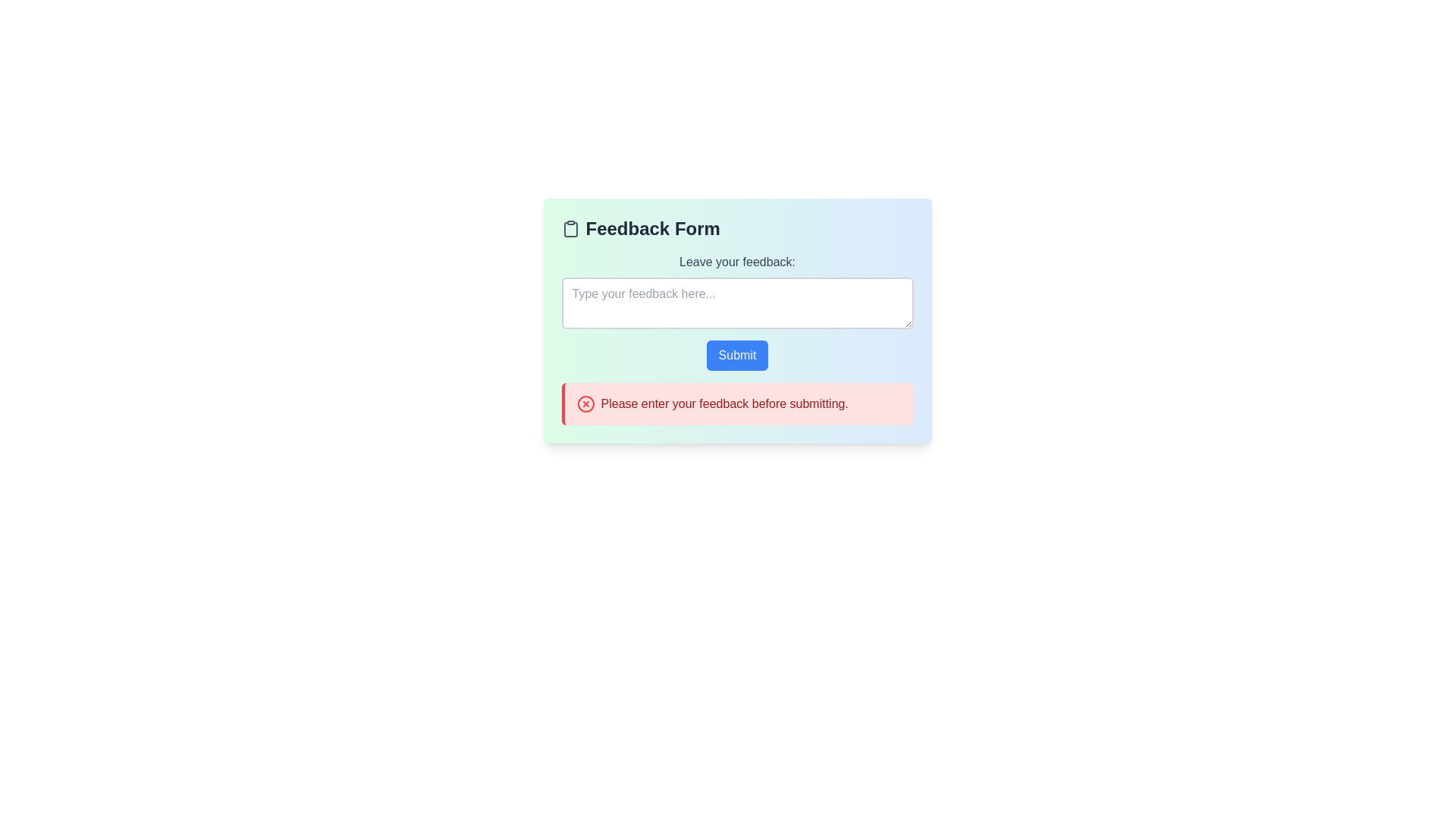 The height and width of the screenshot is (819, 1456). I want to click on the blue 'Submit' button with white text, so click(737, 356).